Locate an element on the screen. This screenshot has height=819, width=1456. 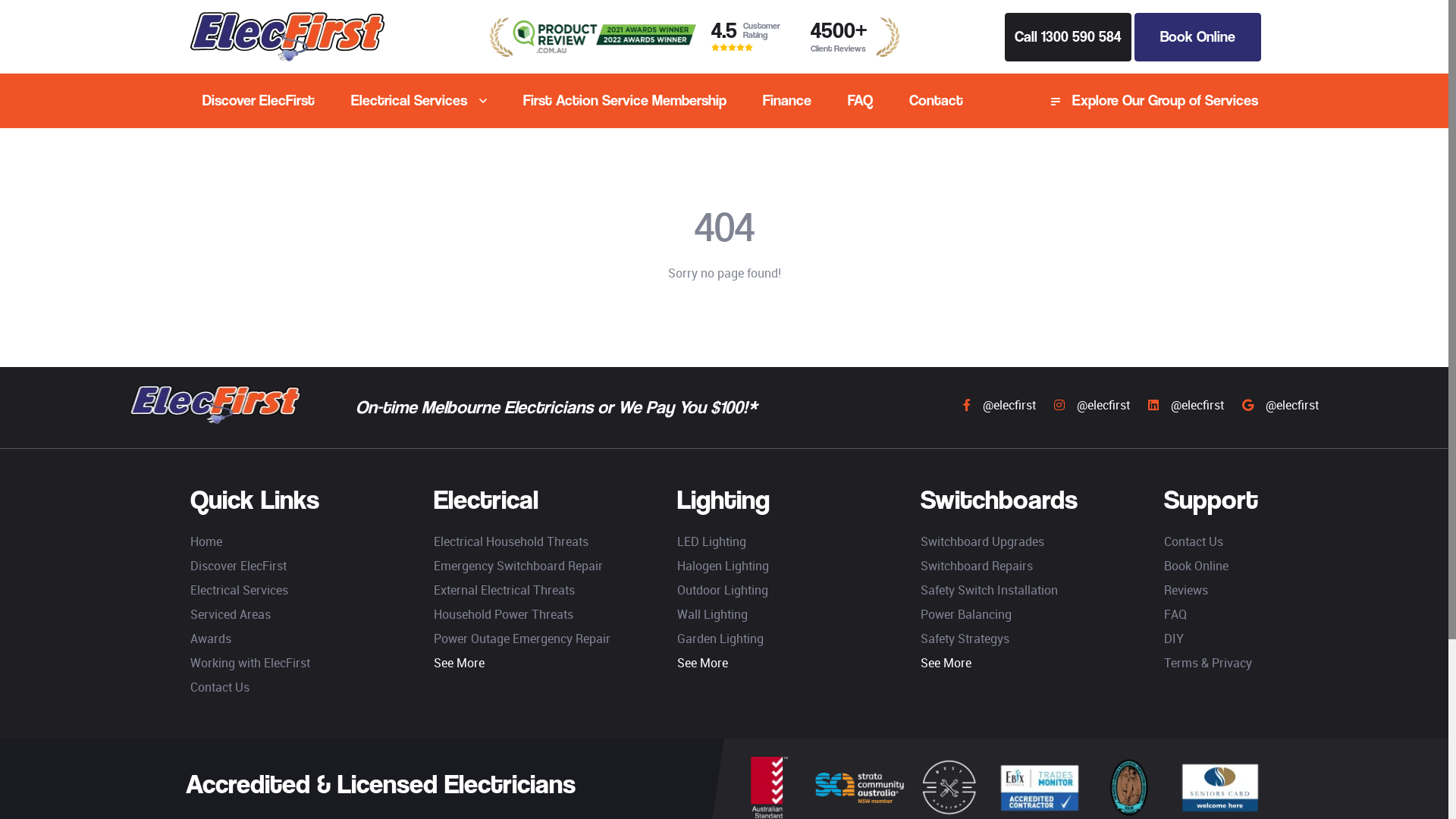
'Book Online' is located at coordinates (1197, 35).